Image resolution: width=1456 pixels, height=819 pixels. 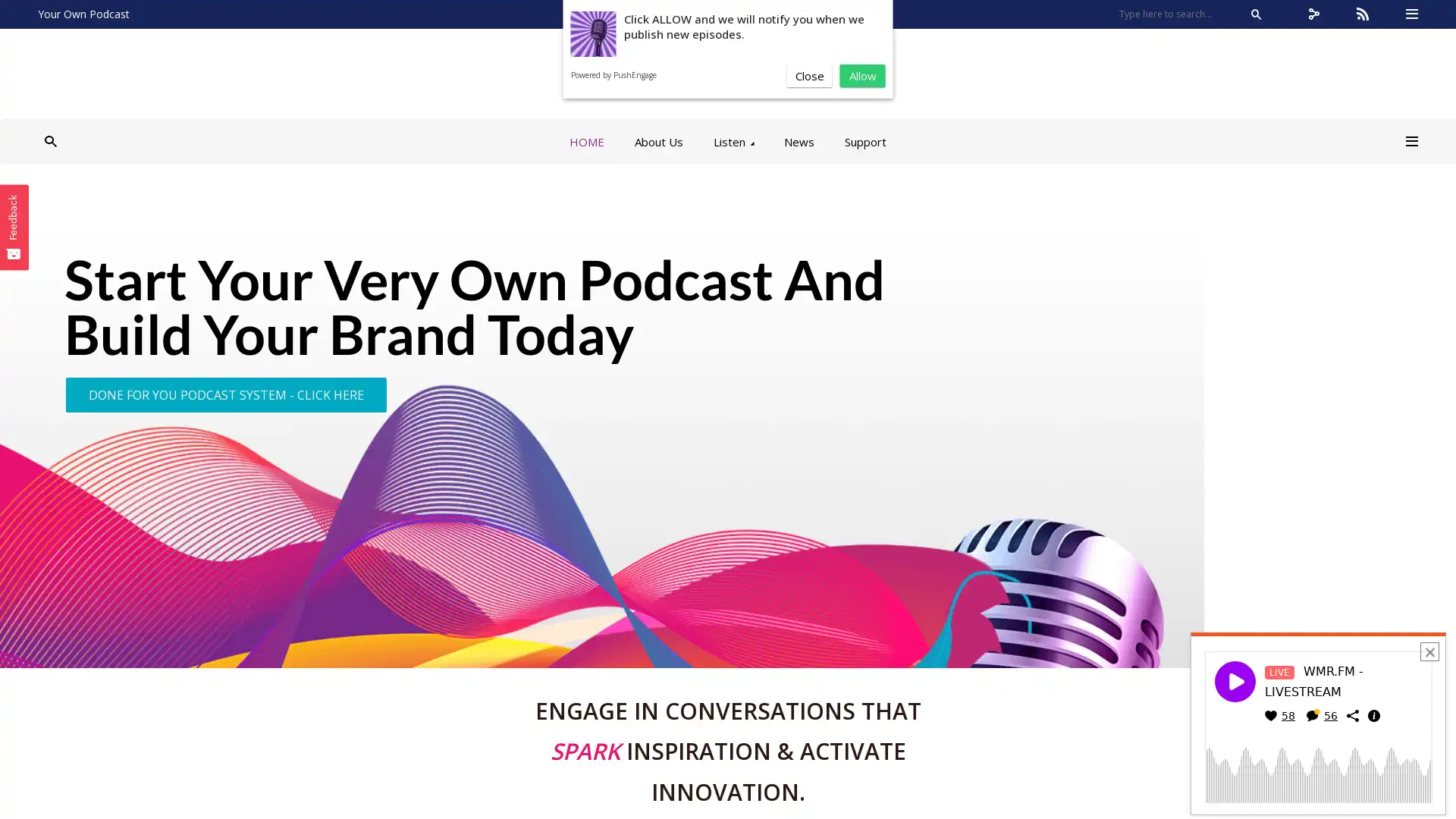 I want to click on DONE FOR YOU PODCAST SYSTEM - CLICK HERE, so click(x=225, y=394).